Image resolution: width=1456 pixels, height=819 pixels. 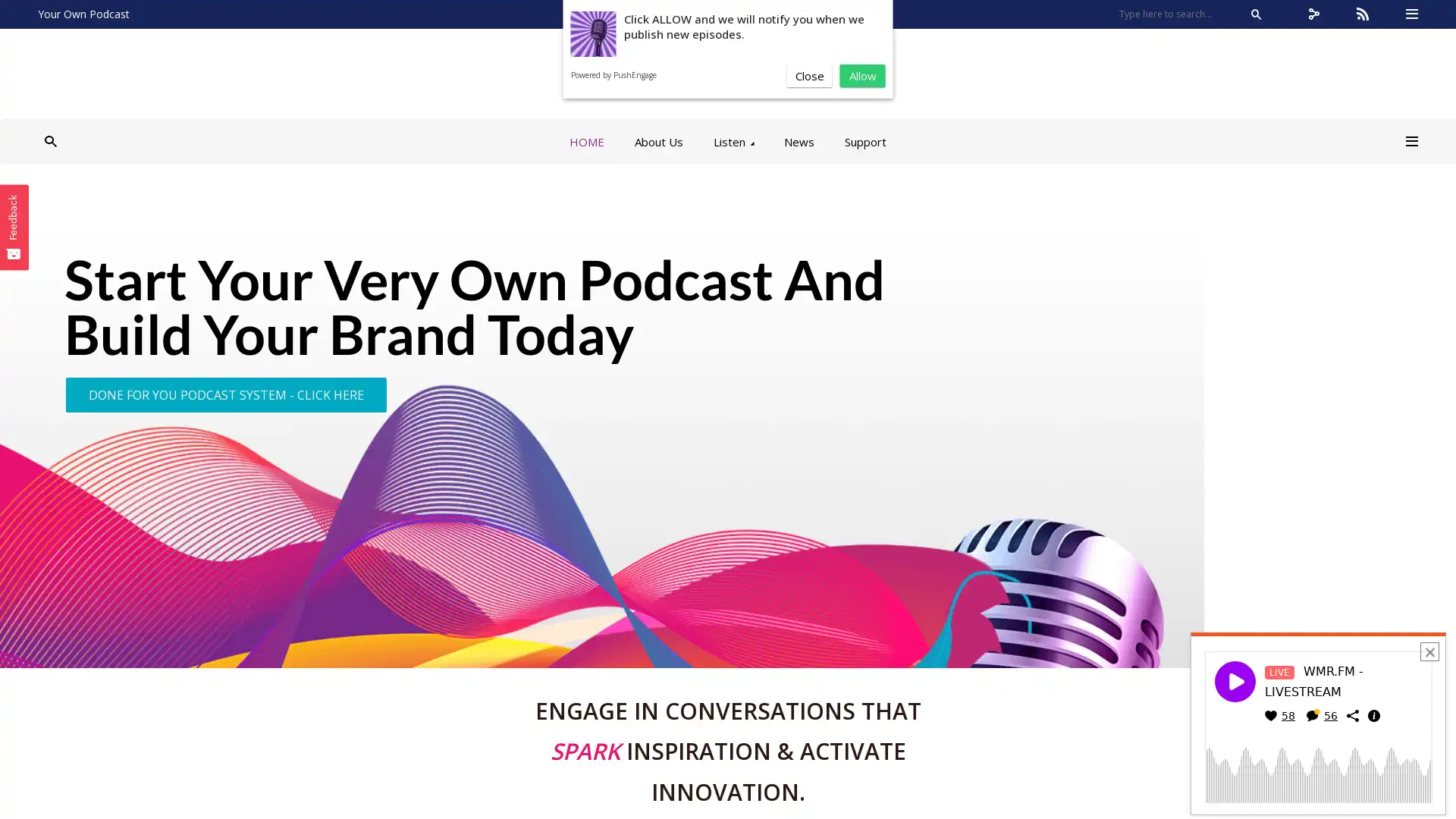 I want to click on DONE FOR YOU PODCAST SYSTEM - CLICK HERE, so click(x=225, y=394).